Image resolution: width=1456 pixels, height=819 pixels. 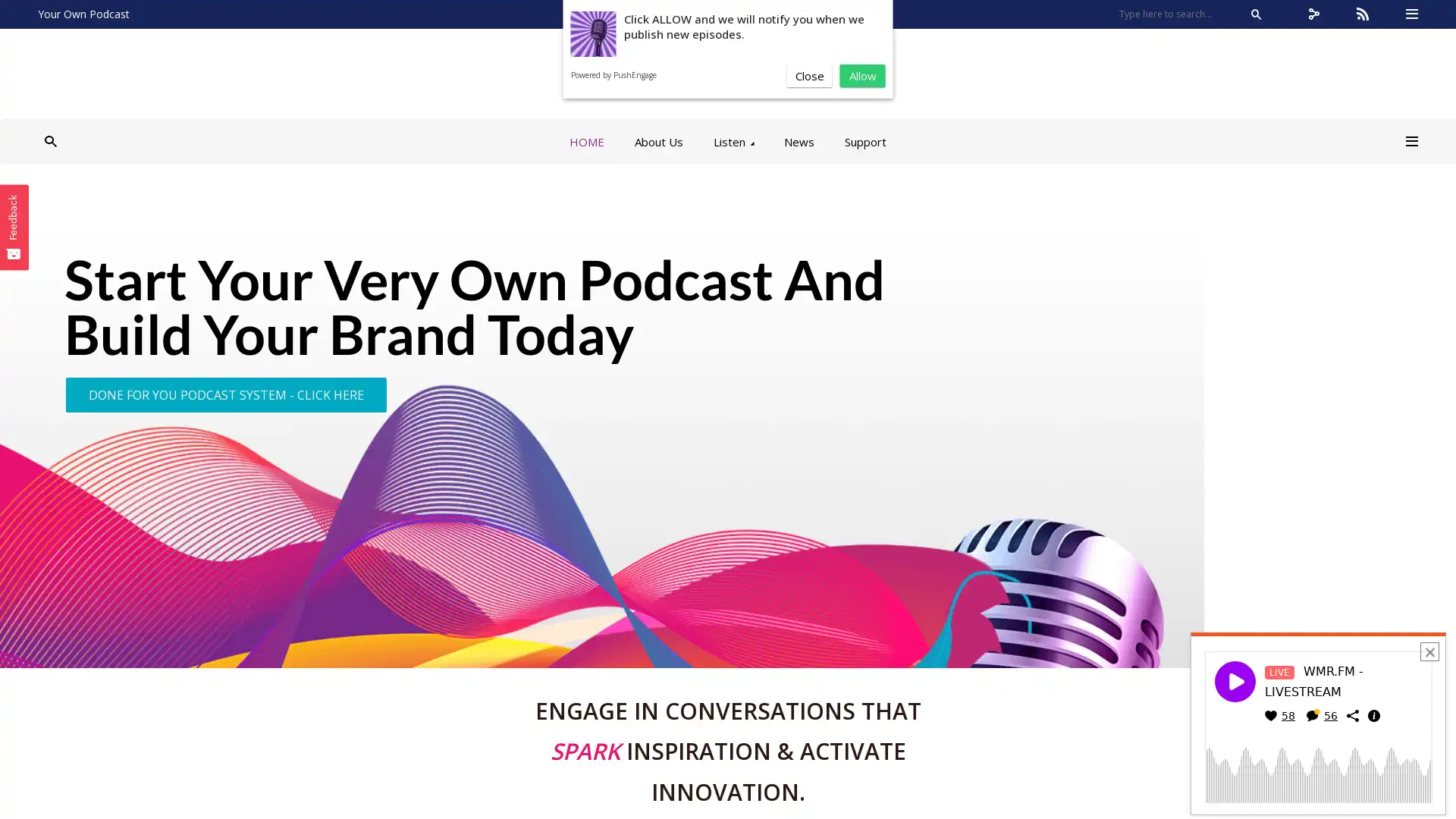 I want to click on DONE FOR YOU PODCAST SYSTEM - CLICK HERE, so click(x=225, y=394).